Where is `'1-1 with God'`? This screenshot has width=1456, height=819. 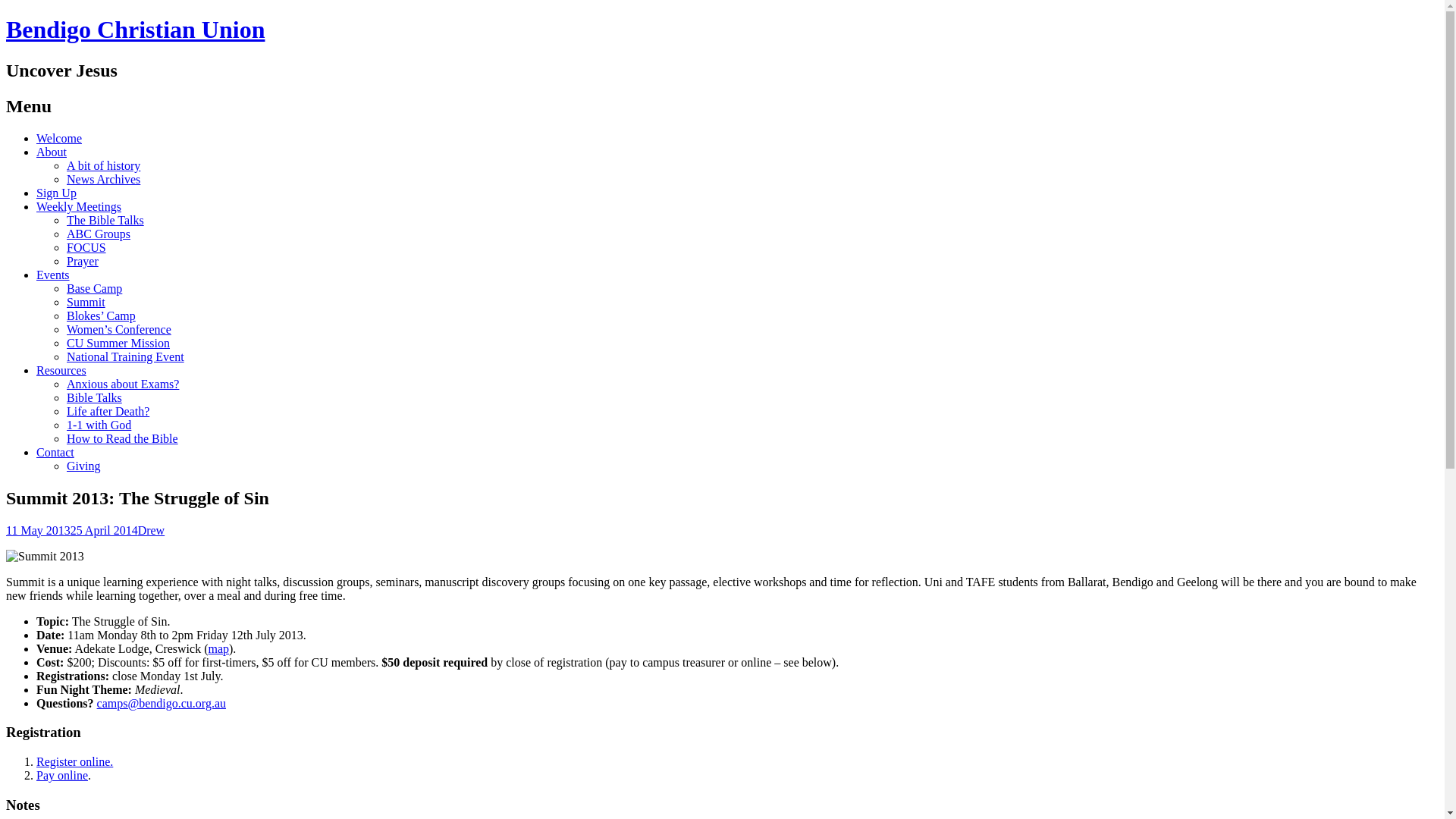
'1-1 with God' is located at coordinates (98, 425).